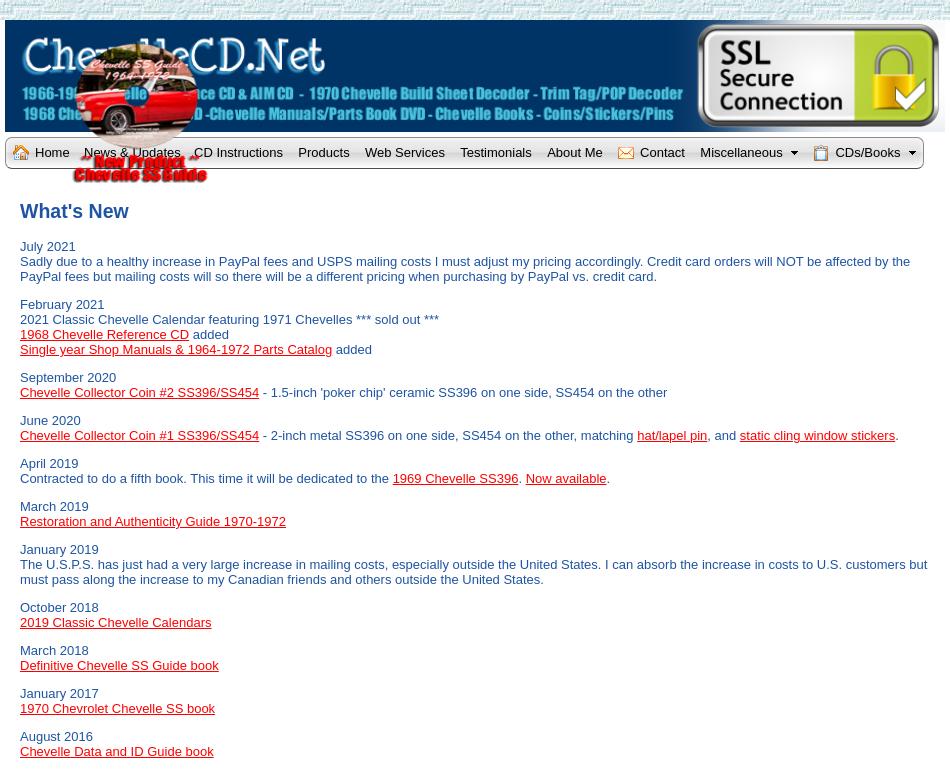 The width and height of the screenshot is (950, 769). What do you see at coordinates (565, 477) in the screenshot?
I see `'Now available'` at bounding box center [565, 477].